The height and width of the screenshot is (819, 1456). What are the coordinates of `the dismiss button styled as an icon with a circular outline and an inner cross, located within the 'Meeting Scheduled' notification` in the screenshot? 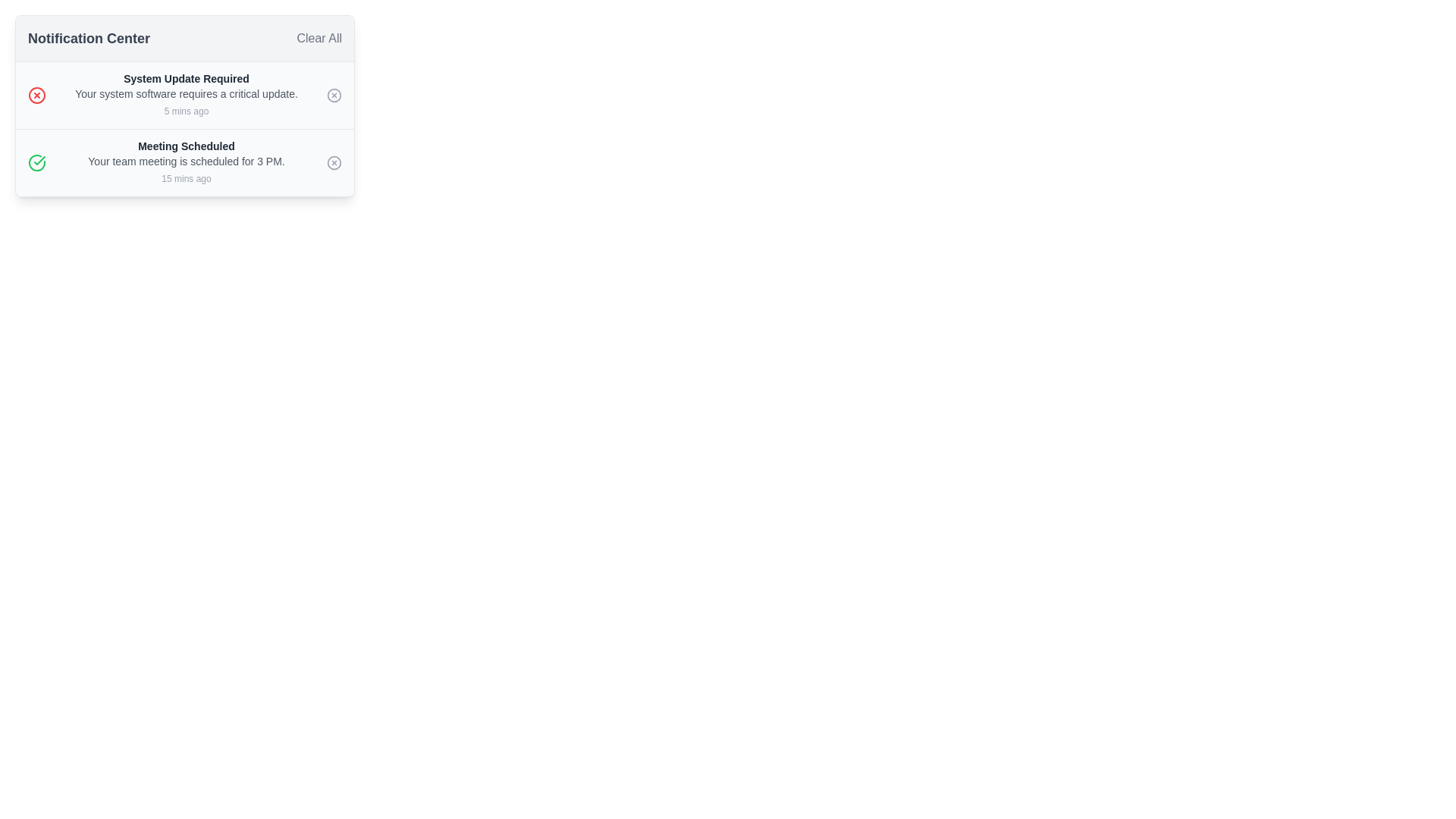 It's located at (334, 163).